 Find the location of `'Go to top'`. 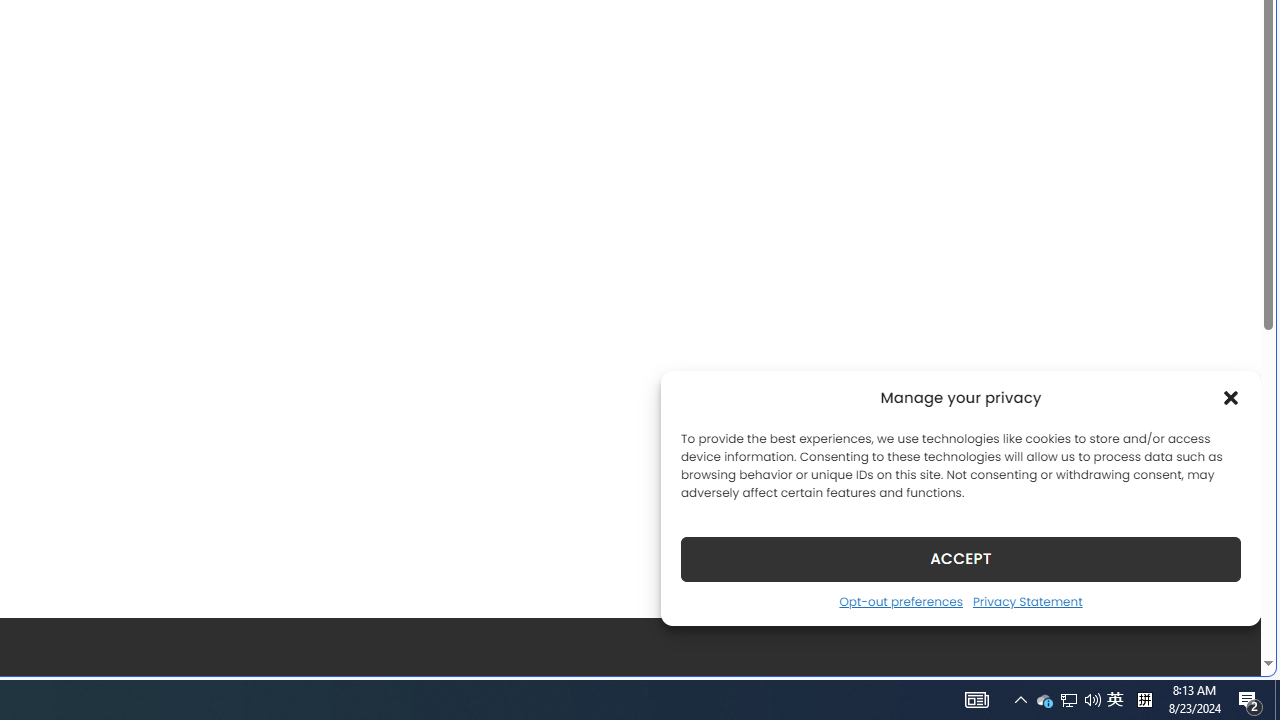

'Go to top' is located at coordinates (1219, 648).